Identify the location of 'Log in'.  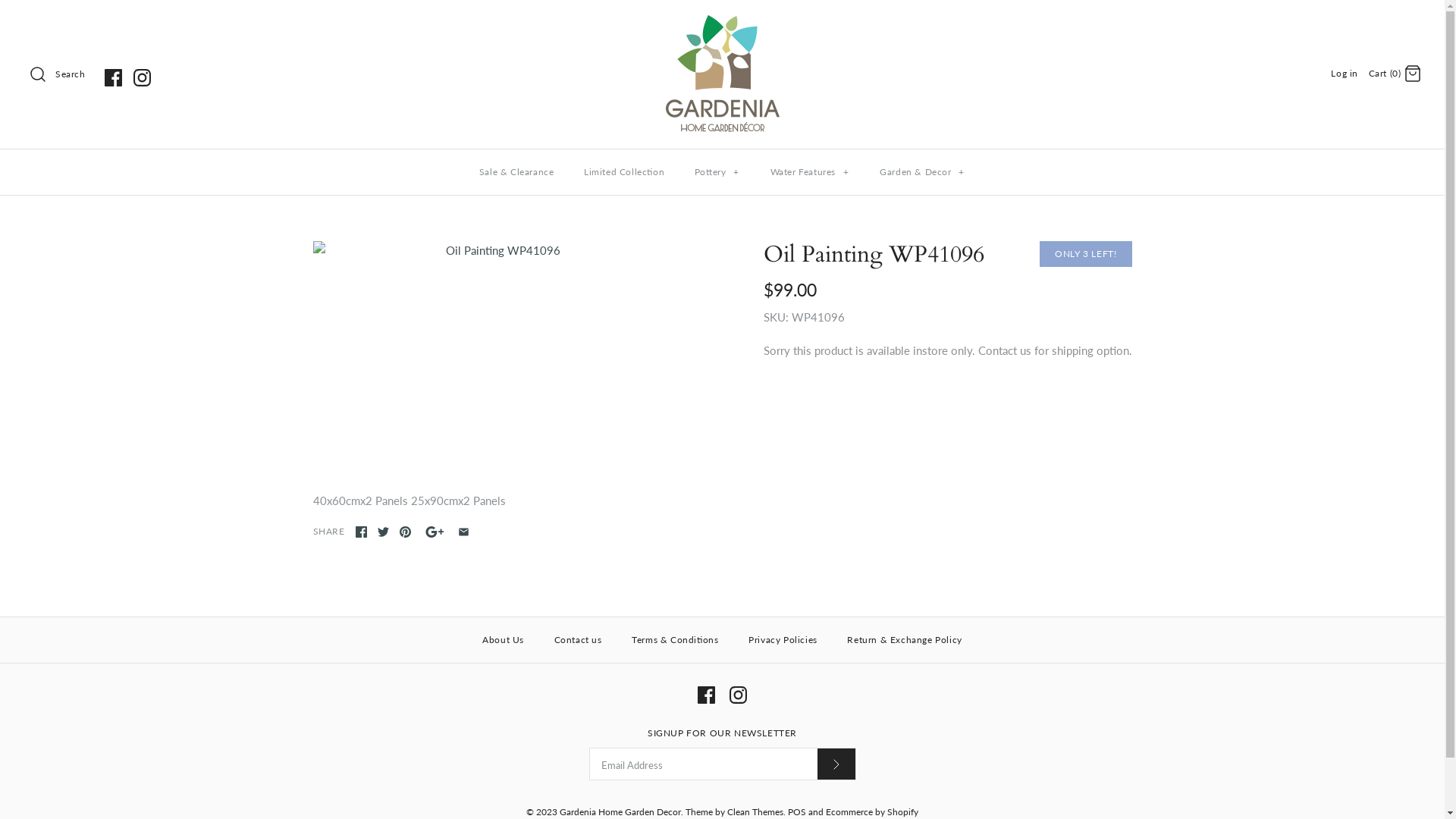
(1330, 73).